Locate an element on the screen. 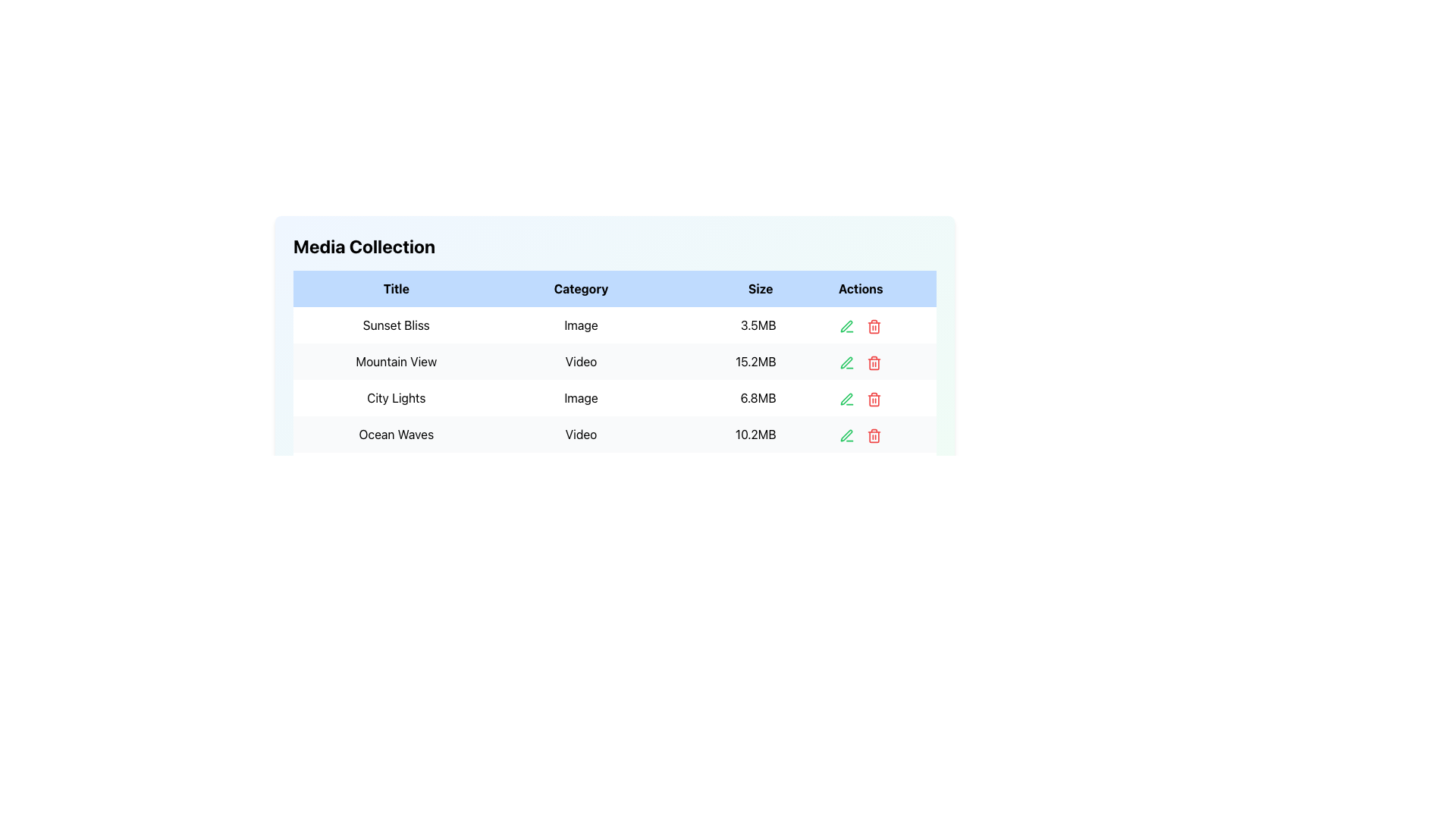 The image size is (1456, 819). the 'Video' category label located in the second row under the 'Category' column of the 'Media Collection' table is located at coordinates (580, 362).